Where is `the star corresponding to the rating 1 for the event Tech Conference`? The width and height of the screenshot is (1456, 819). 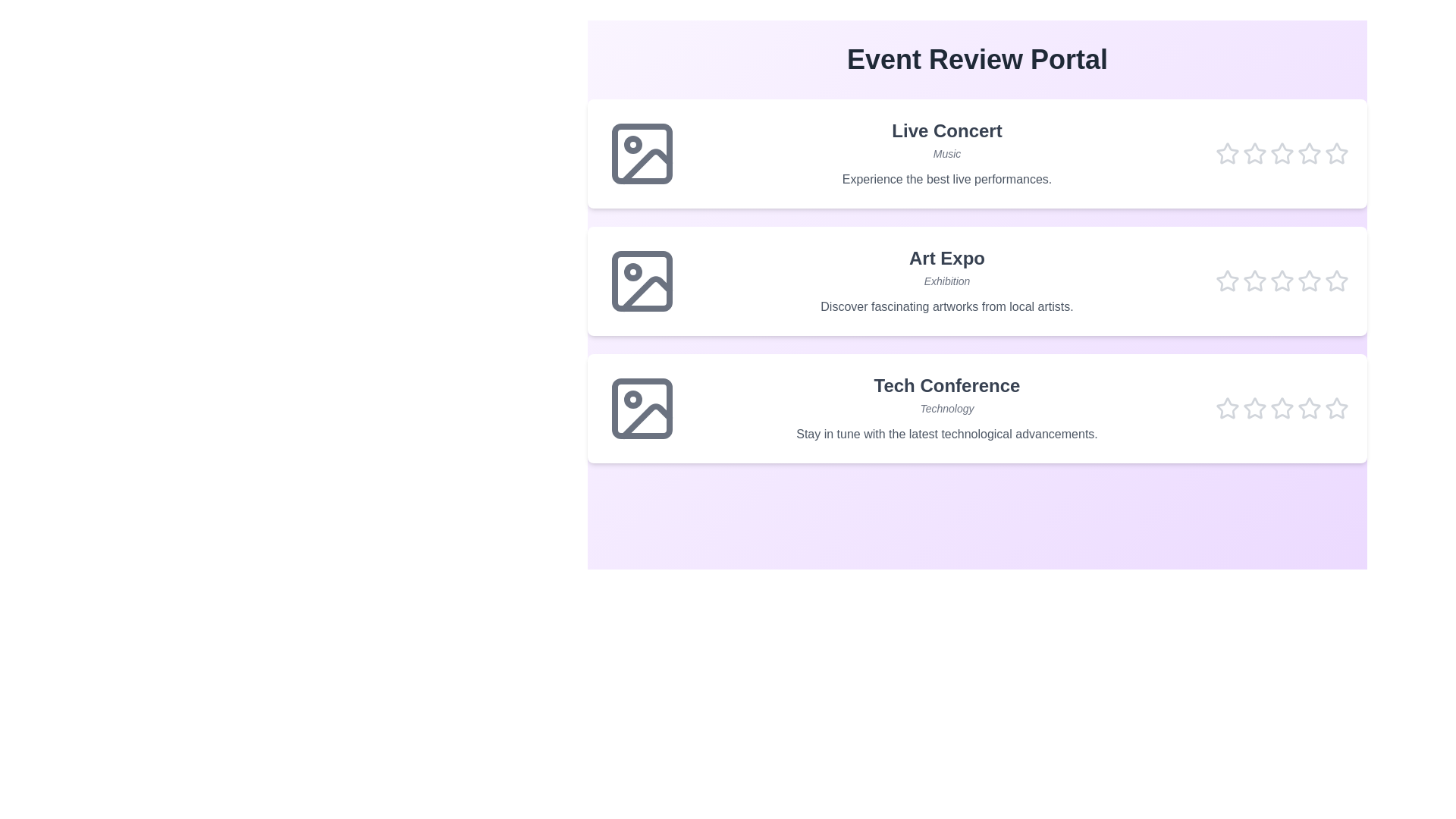
the star corresponding to the rating 1 for the event Tech Conference is located at coordinates (1227, 408).